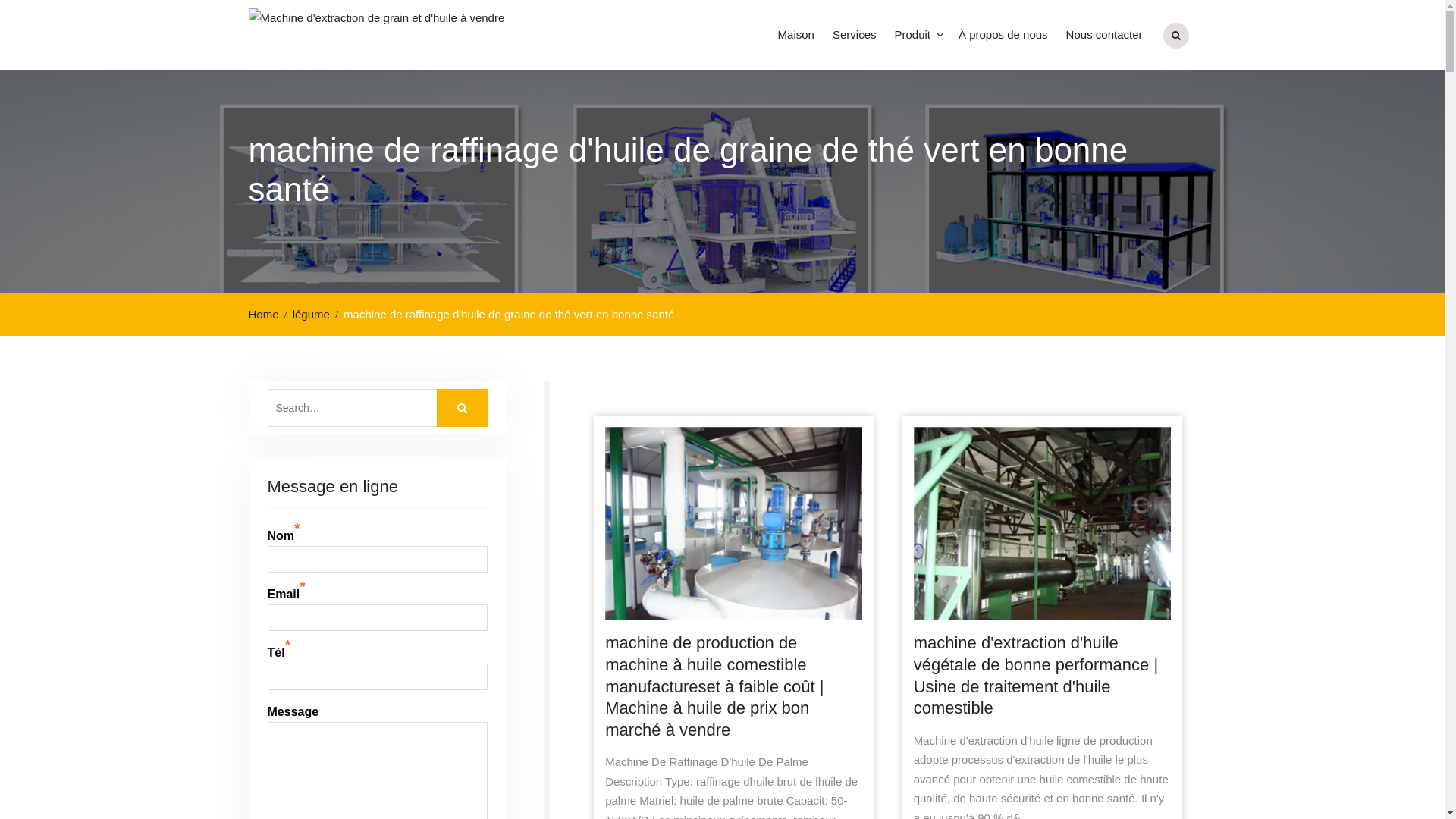 Image resolution: width=1456 pixels, height=819 pixels. What do you see at coordinates (795, 34) in the screenshot?
I see `'Maison'` at bounding box center [795, 34].